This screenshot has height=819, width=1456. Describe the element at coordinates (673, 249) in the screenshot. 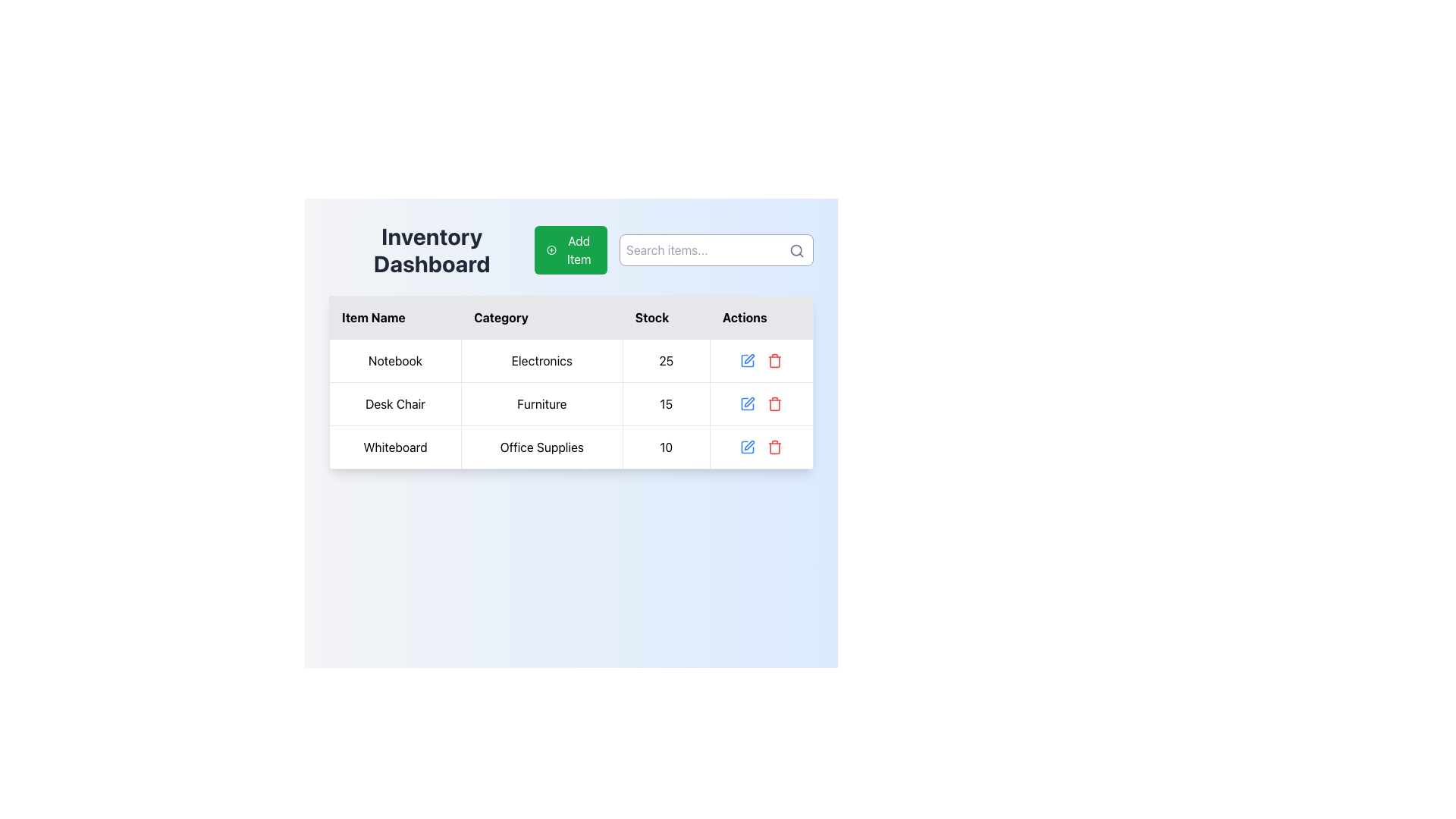

I see `the text input field with the placeholder 'Search items...' to focus on it` at that location.